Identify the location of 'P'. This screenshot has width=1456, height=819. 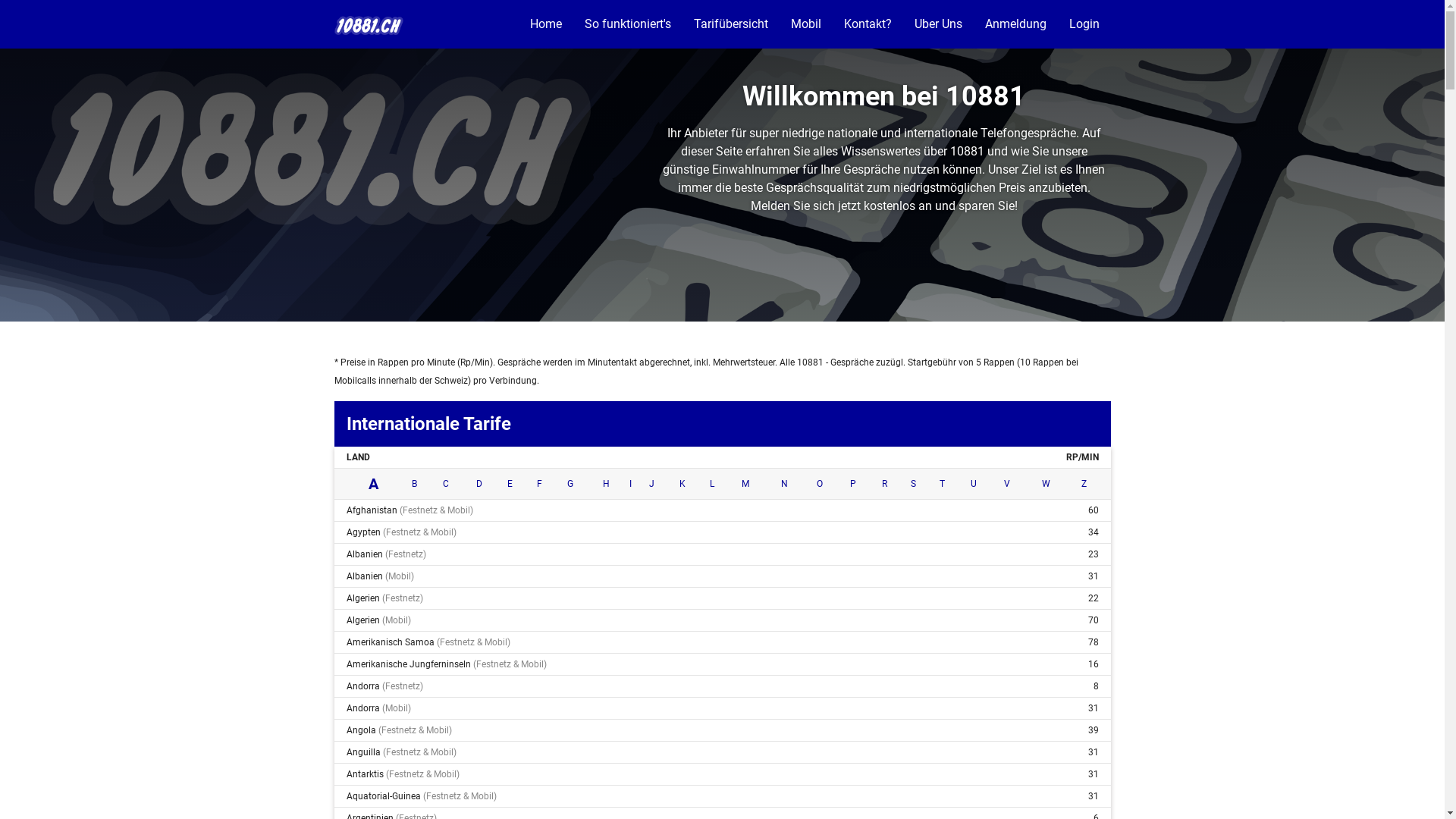
(852, 483).